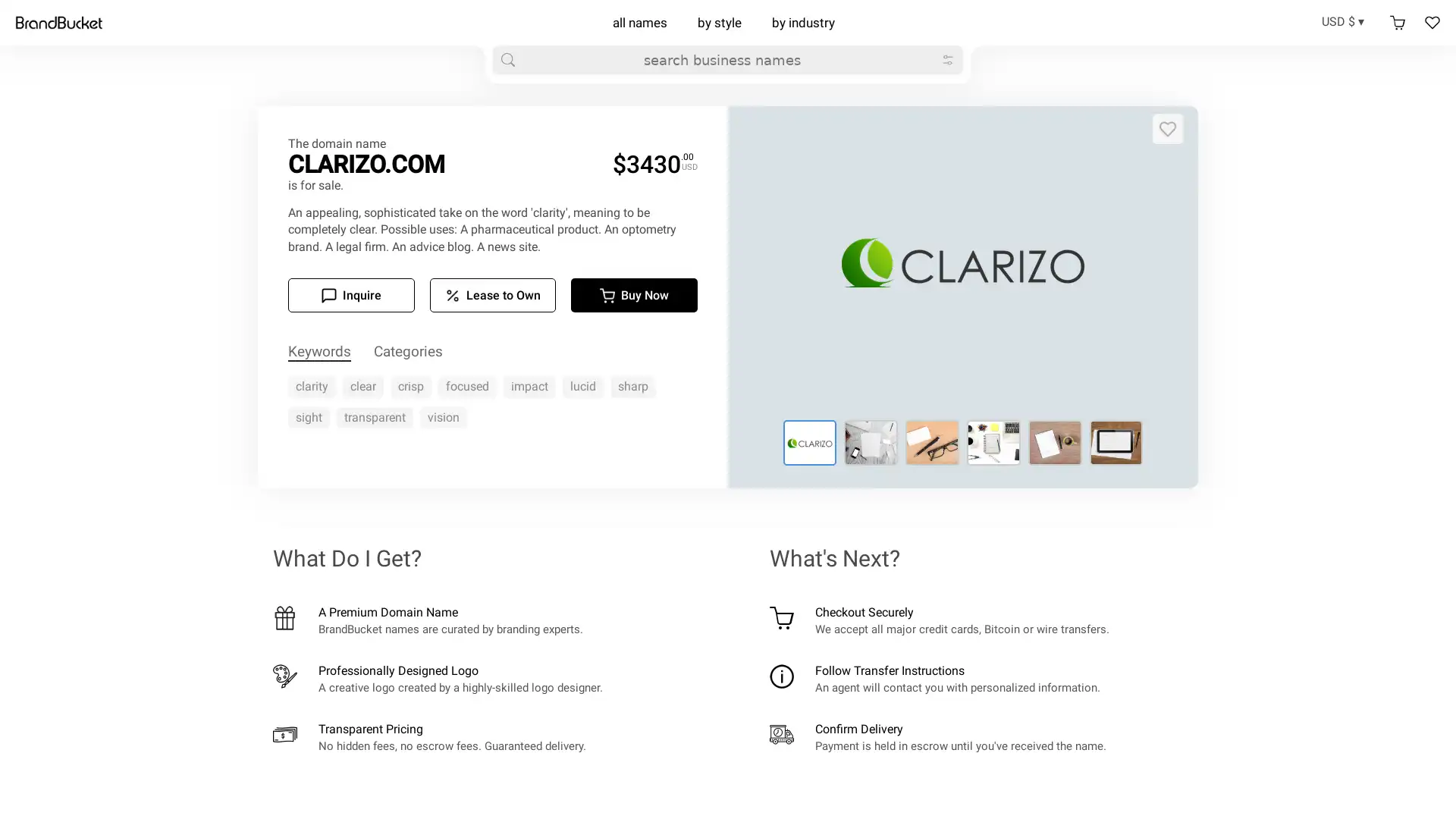 The image size is (1456, 819). I want to click on Keywords, so click(318, 352).